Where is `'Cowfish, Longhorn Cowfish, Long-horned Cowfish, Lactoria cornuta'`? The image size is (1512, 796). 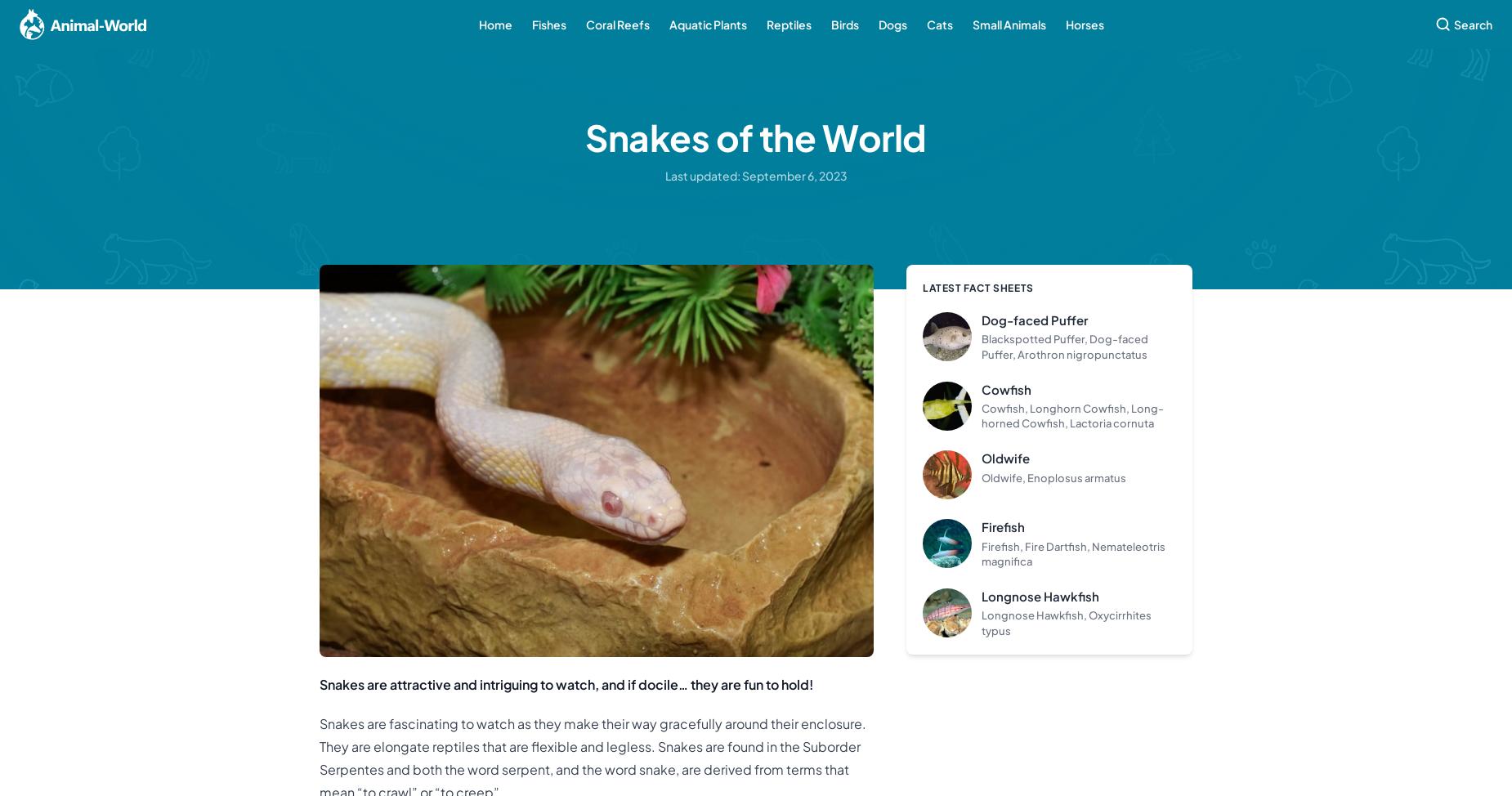 'Cowfish, Longhorn Cowfish, Long-horned Cowfish, Lactoria cornuta' is located at coordinates (1071, 416).